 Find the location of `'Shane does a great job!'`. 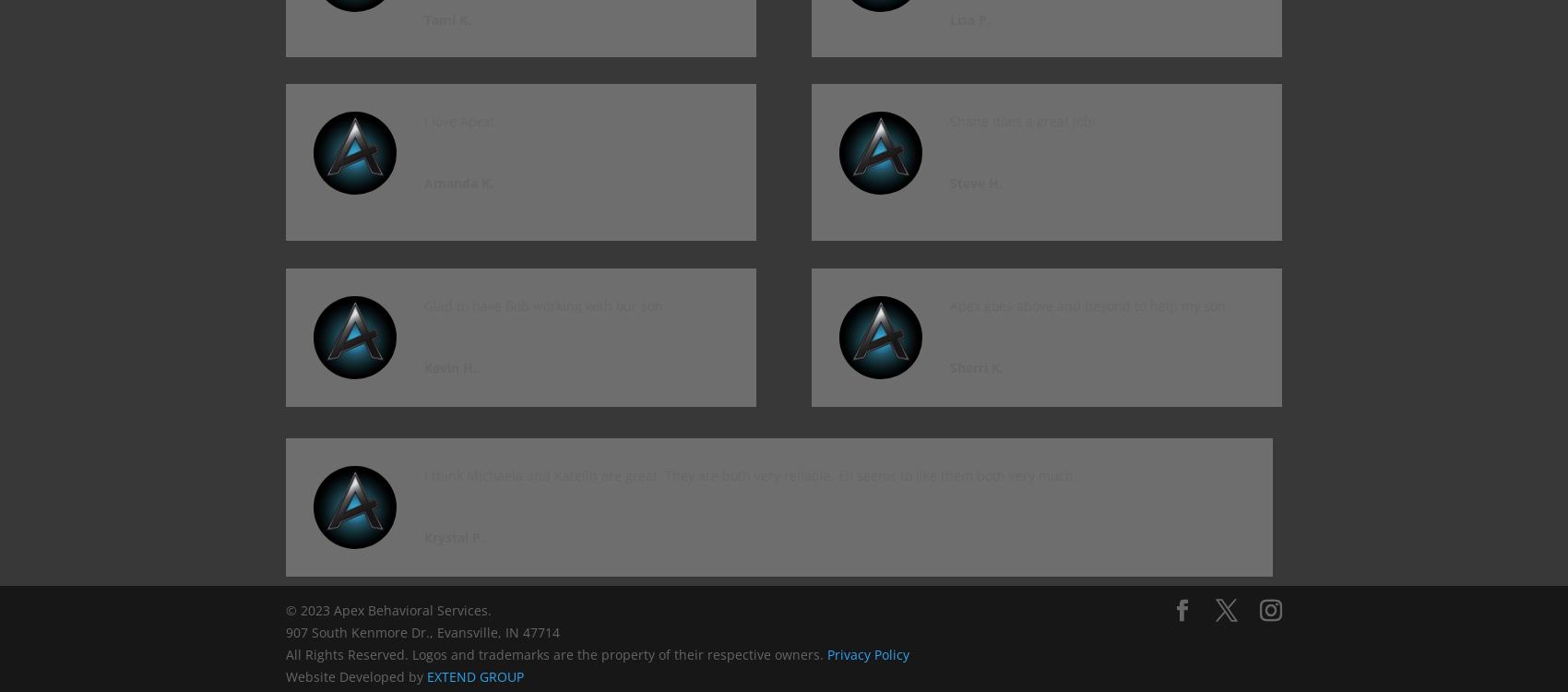

'Shane does a great job!' is located at coordinates (948, 121).